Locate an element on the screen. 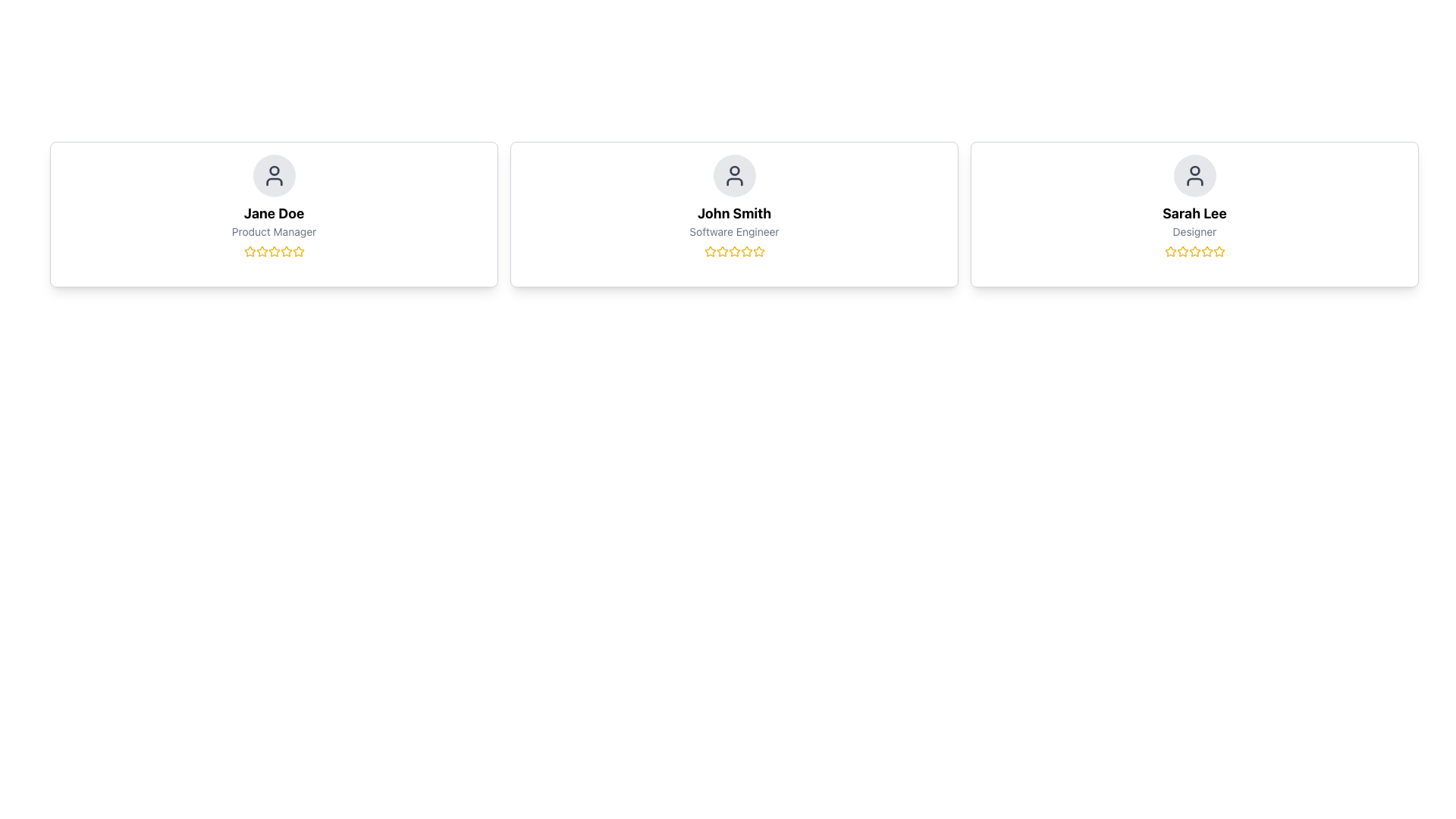  the fifth star in the star rating system for the card displaying 'John Smith' and 'Software Engineer' to set the rating is located at coordinates (758, 250).